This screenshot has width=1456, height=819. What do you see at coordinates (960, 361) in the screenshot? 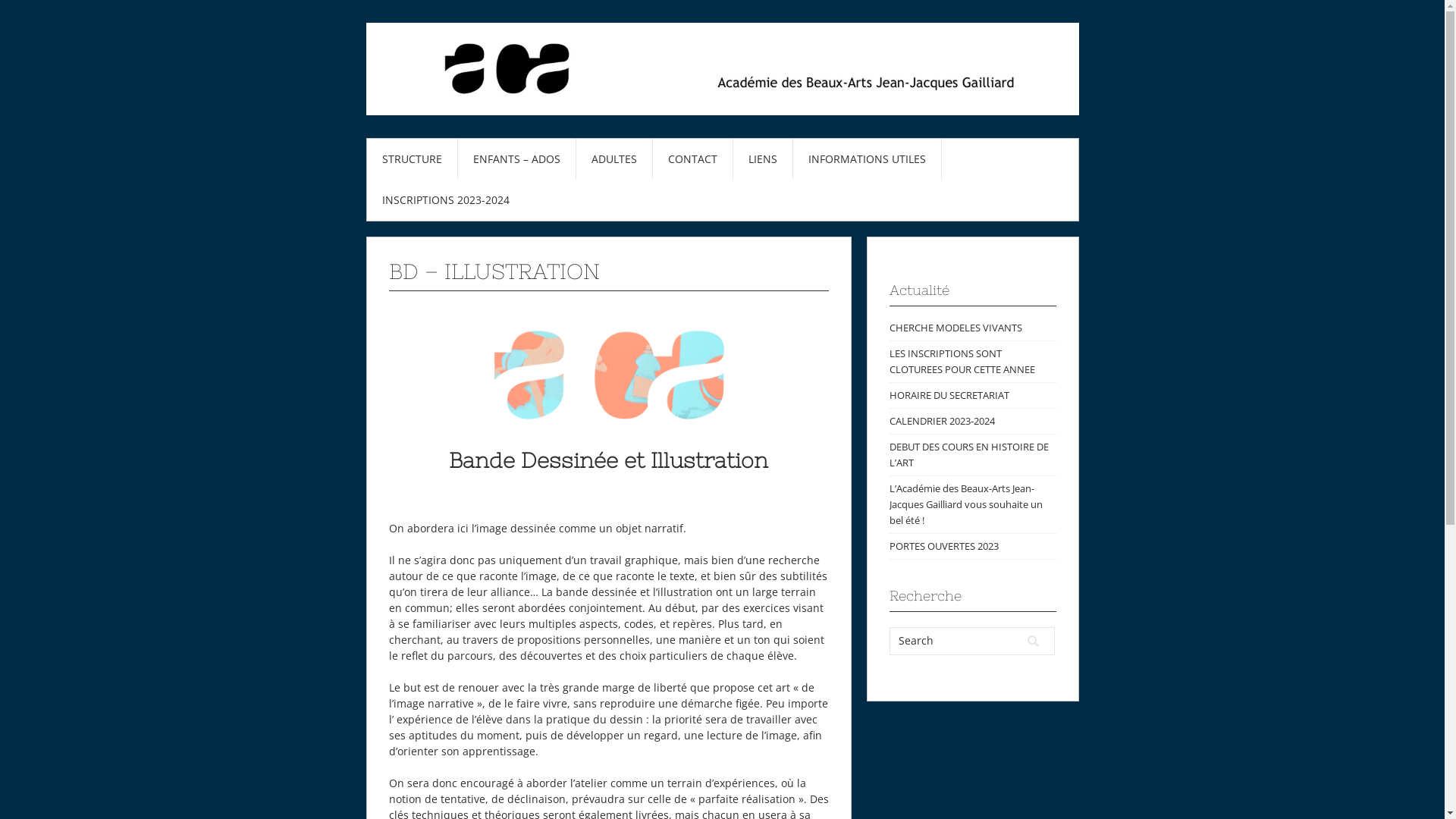
I see `'LES INSCRIPTIONS SONT CLOTUREES POUR CETTE ANNEE'` at bounding box center [960, 361].